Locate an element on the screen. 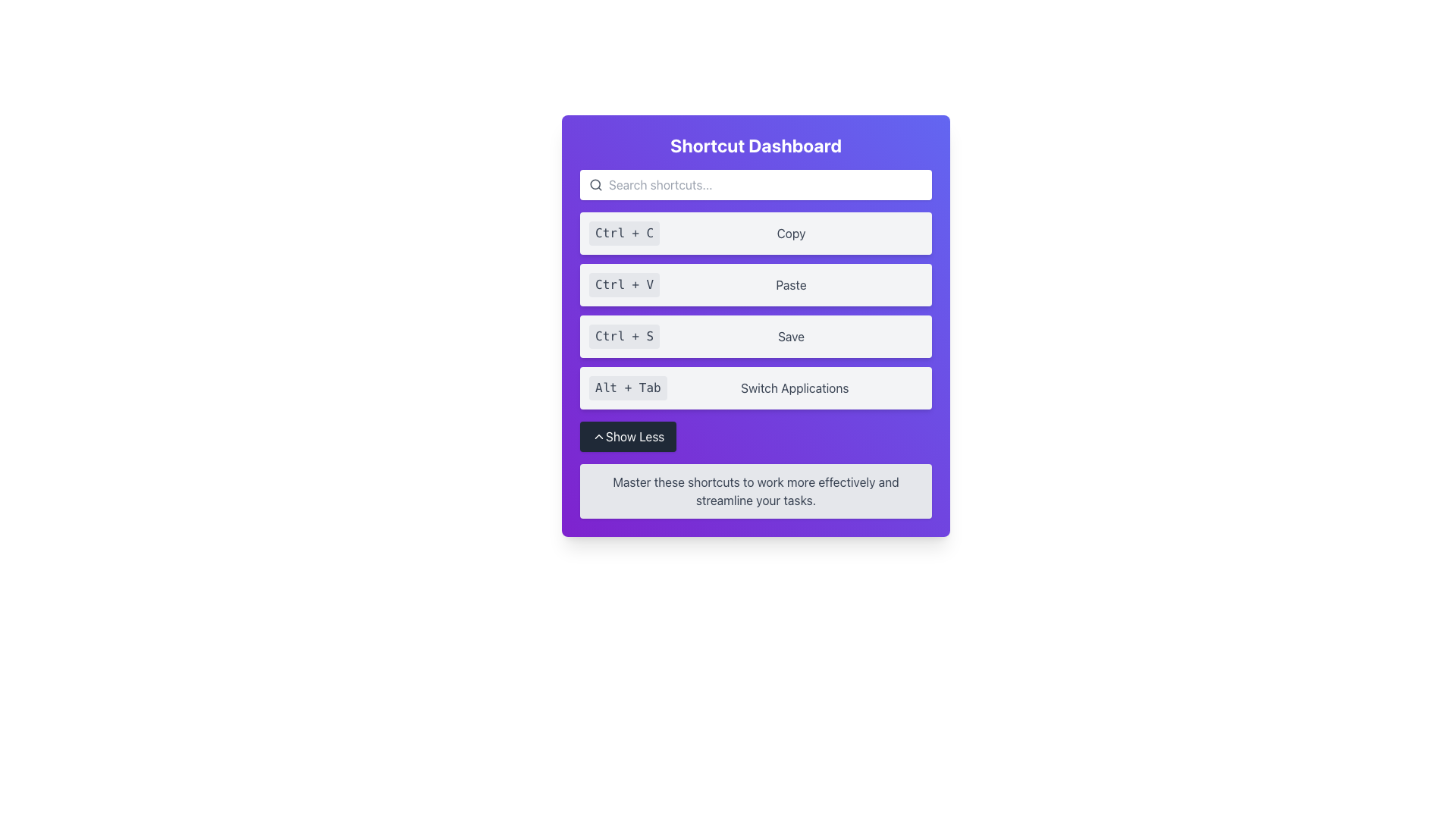 This screenshot has height=819, width=1456. the magnifying glass icon located at the leftmost part of the search input field is located at coordinates (595, 184).